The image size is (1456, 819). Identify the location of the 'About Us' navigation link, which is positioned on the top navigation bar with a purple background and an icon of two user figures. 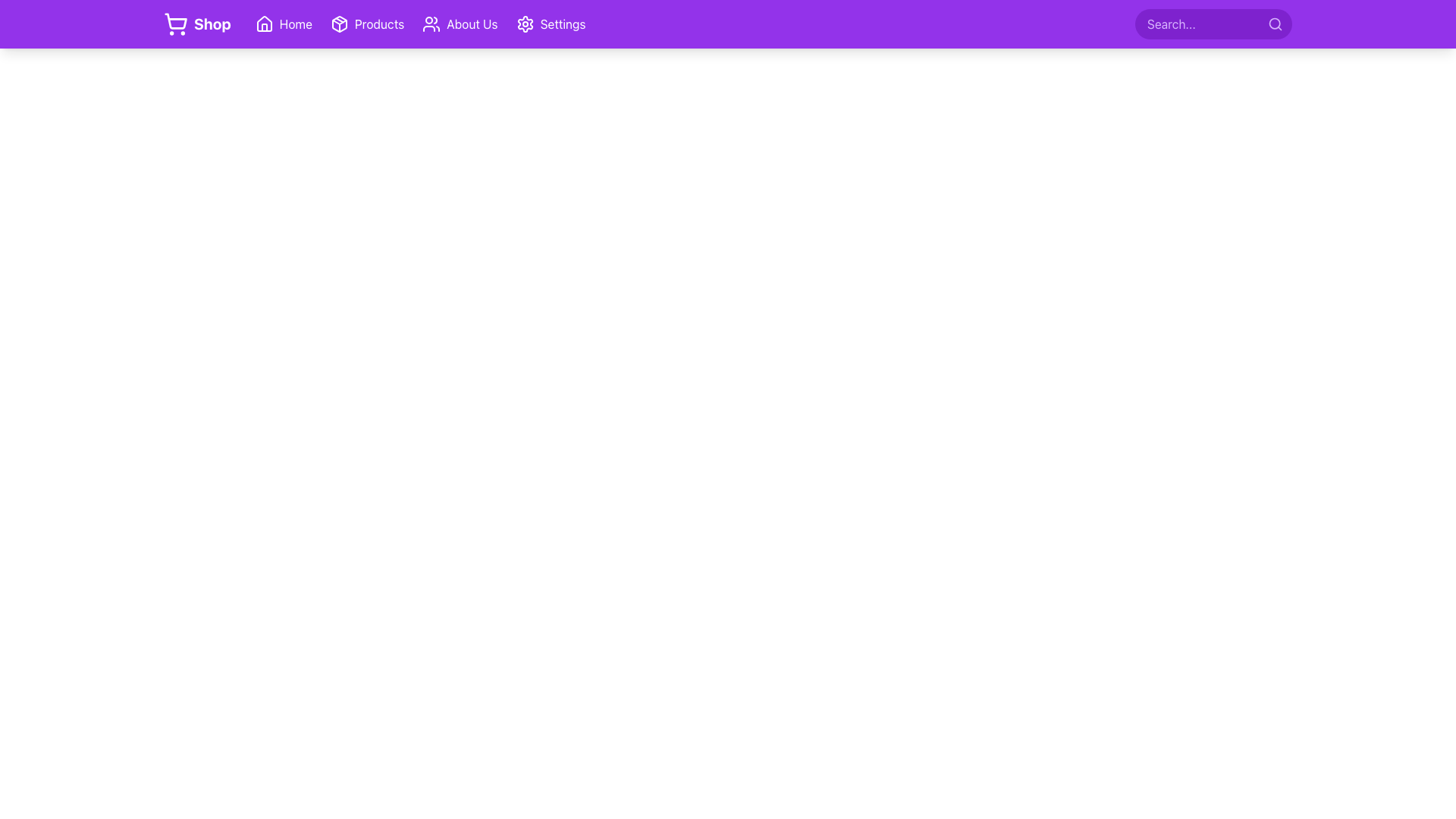
(459, 24).